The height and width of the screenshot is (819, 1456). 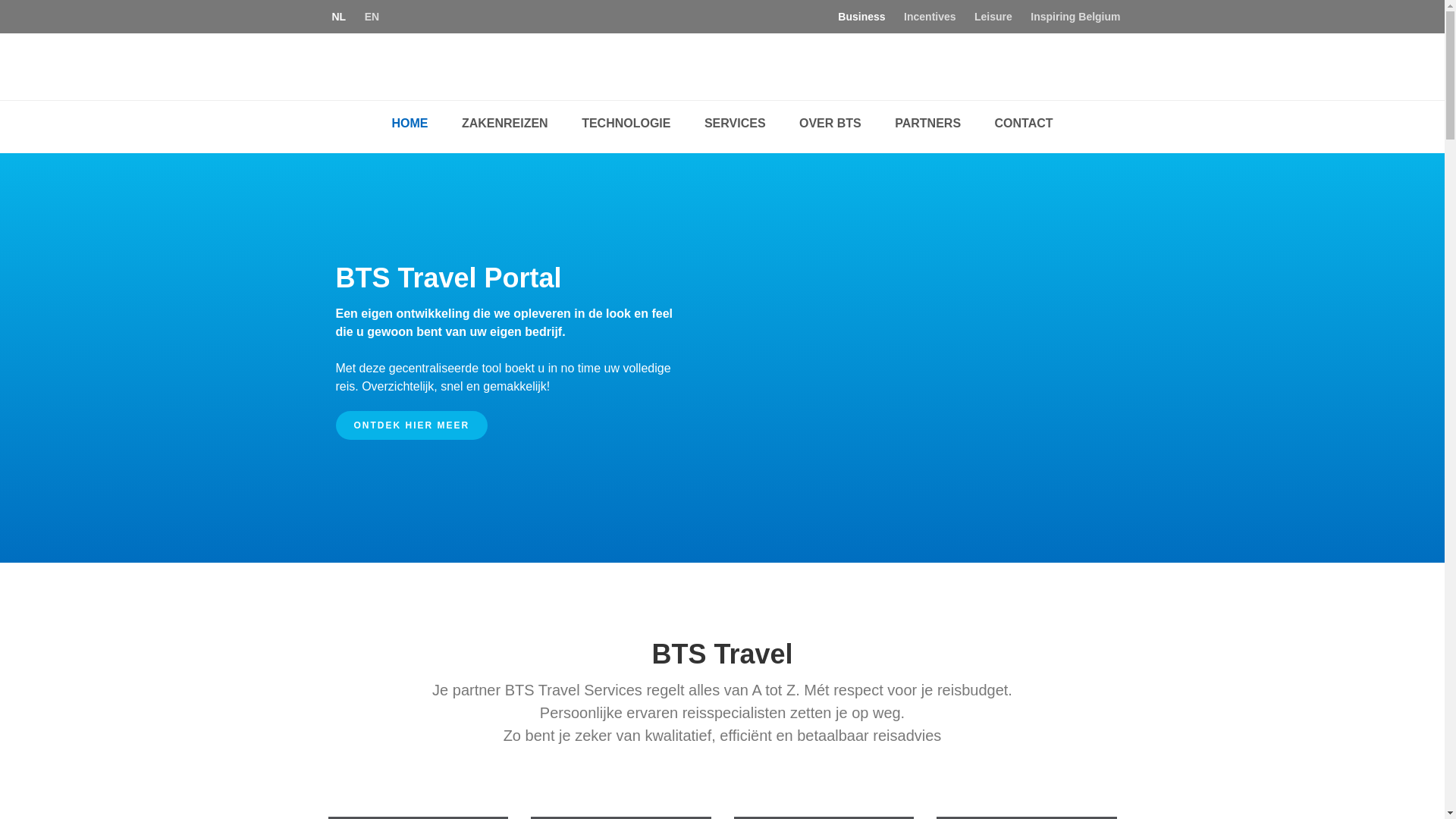 I want to click on 'ONTDEK HIER MEER', so click(x=334, y=425).